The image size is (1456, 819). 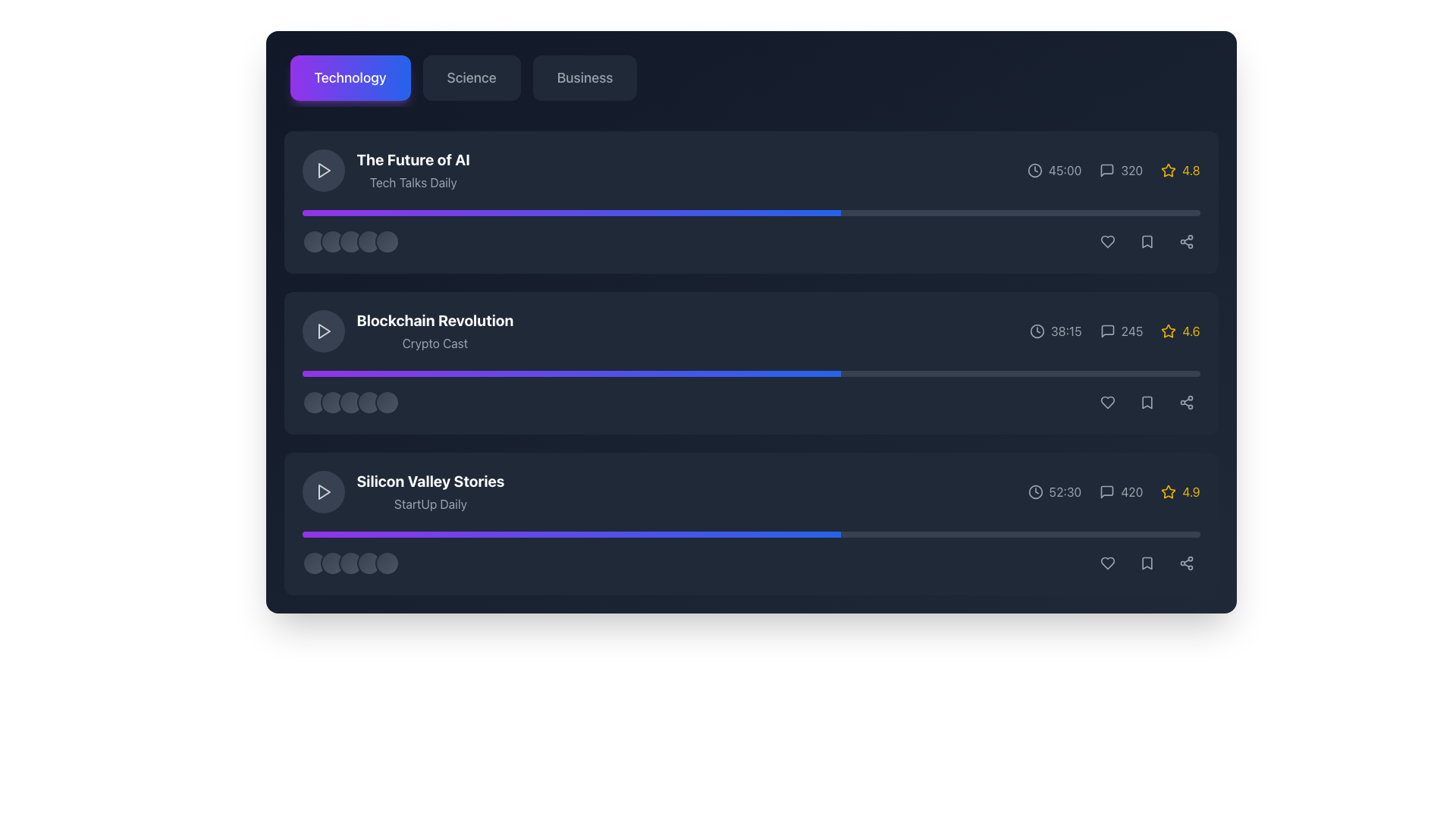 I want to click on the text label that displays the rating value for the associated content, located to the right of a star icon within the second content card, so click(x=1190, y=330).